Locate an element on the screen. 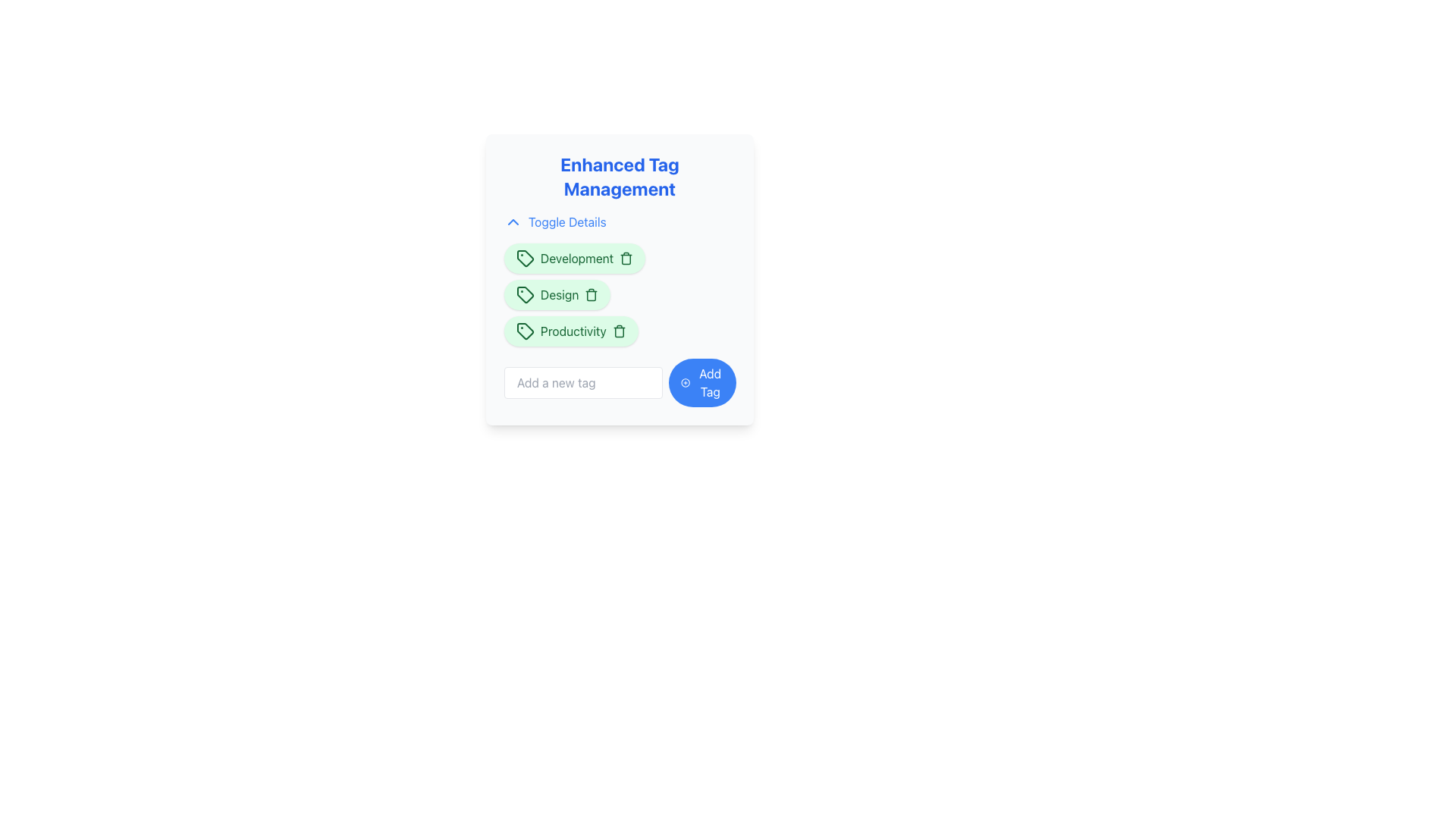 The height and width of the screenshot is (819, 1456). the 'Productivity' tag label, which is the third element in the vertical list under 'Design' within the 'Enhanced Tag Management' section is located at coordinates (620, 324).